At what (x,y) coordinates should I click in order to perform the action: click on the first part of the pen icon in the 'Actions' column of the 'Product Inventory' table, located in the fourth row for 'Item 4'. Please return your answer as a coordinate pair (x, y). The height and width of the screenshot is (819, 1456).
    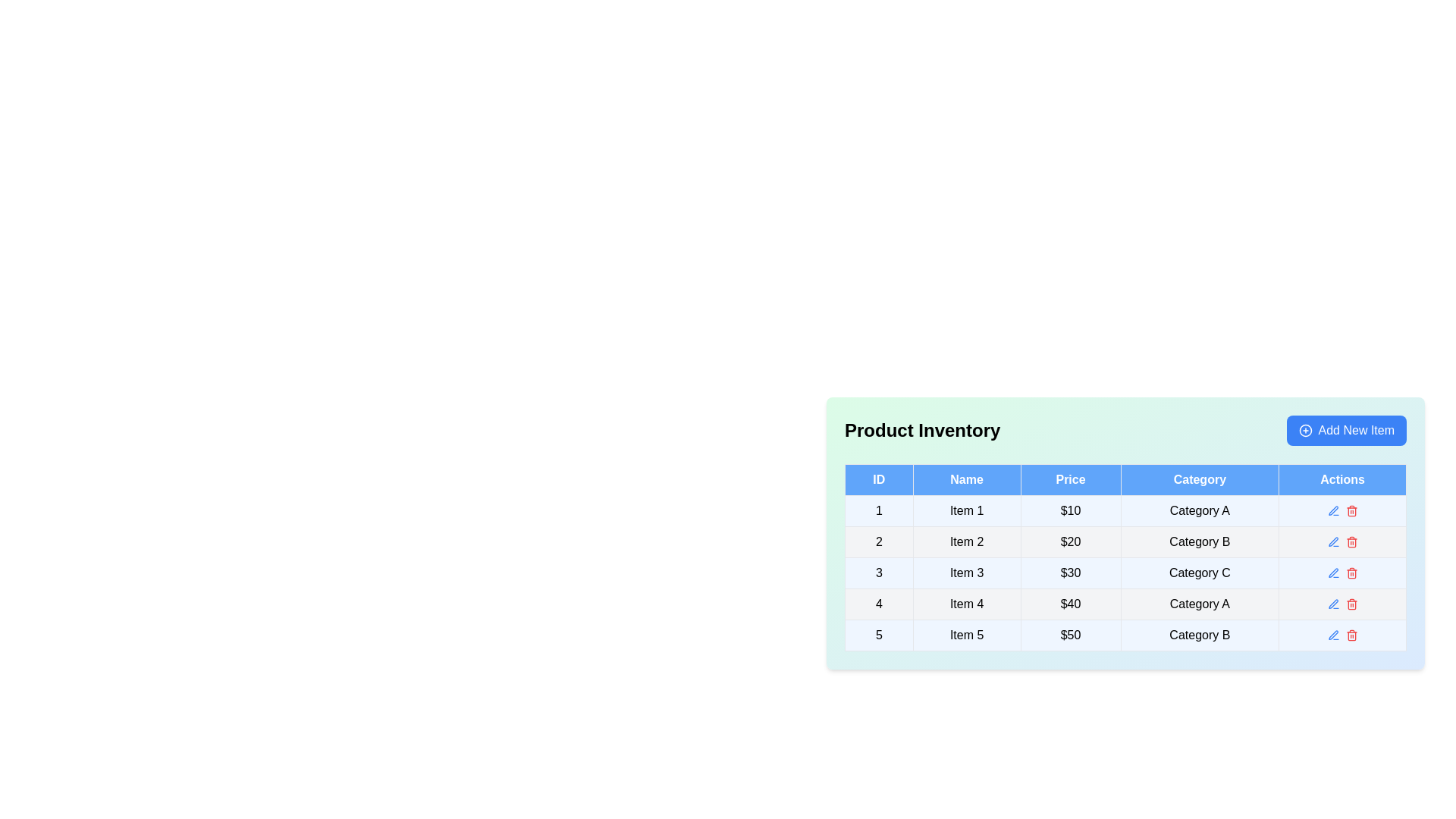
    Looking at the image, I should click on (1332, 603).